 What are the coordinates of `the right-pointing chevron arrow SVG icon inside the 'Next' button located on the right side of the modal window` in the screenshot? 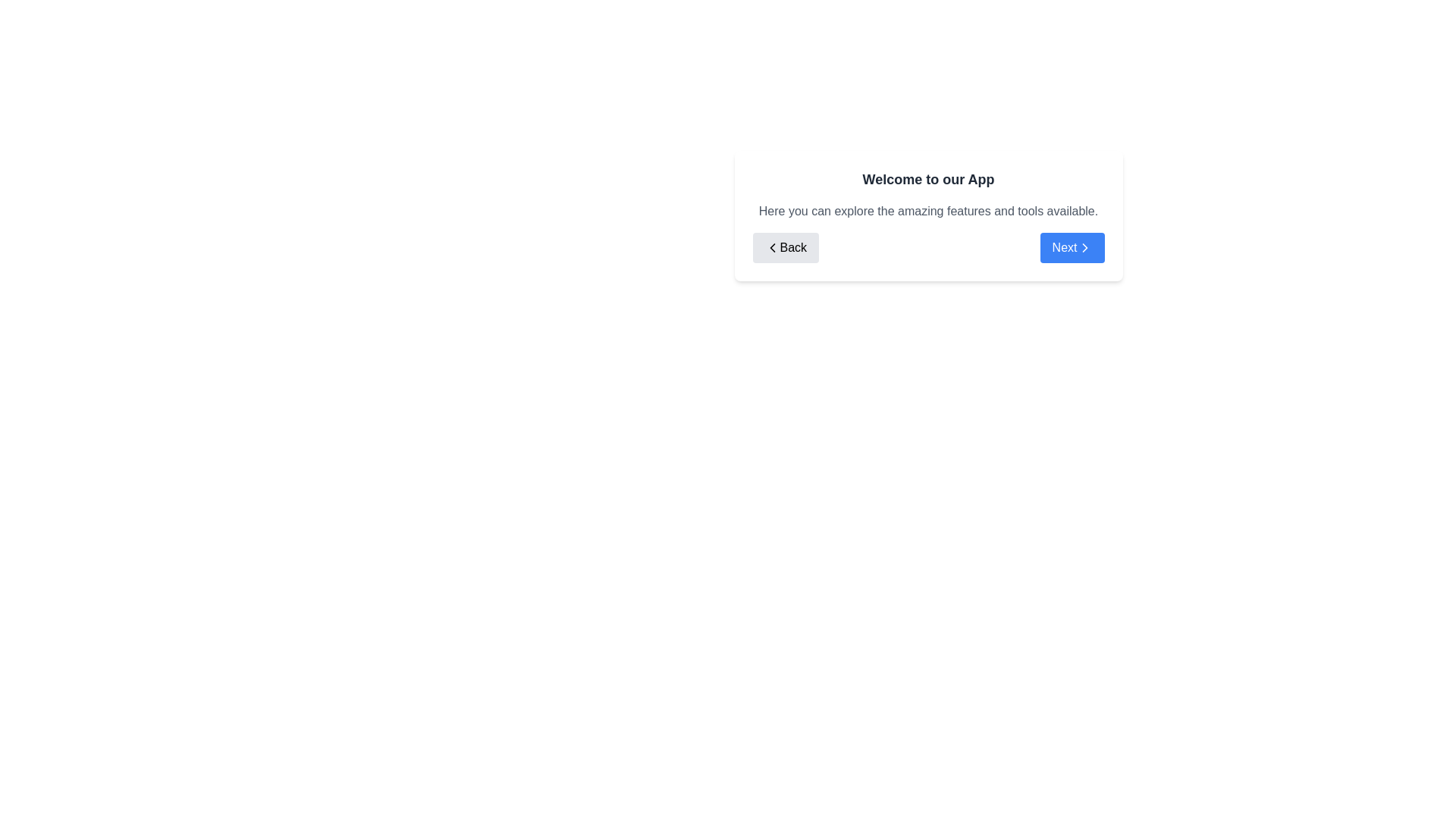 It's located at (1084, 247).